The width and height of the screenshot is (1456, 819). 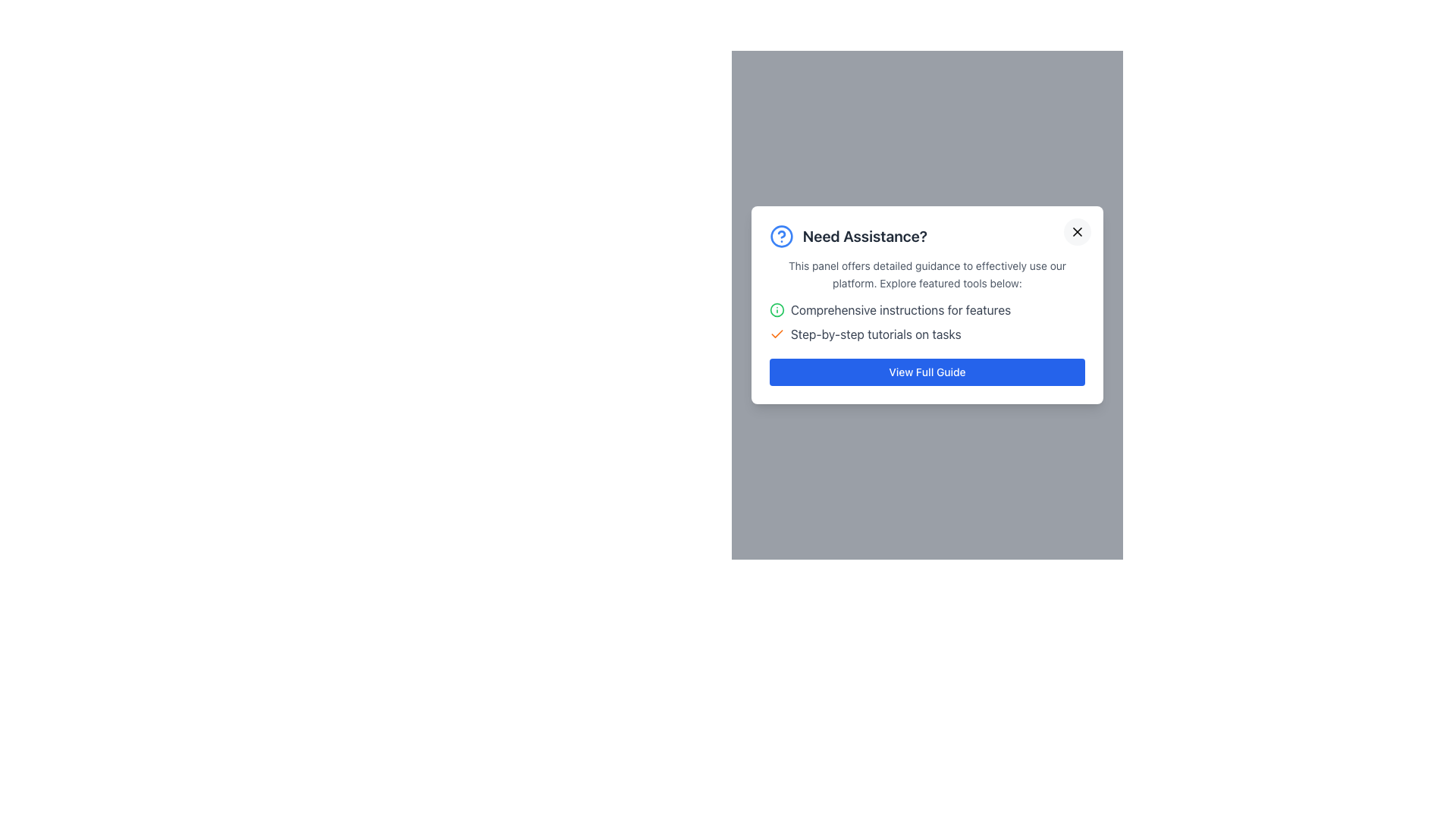 I want to click on the close icon button represented by a cross (X) in the upper-right corner of the 'Need Assistance?' dialog, so click(x=1077, y=231).